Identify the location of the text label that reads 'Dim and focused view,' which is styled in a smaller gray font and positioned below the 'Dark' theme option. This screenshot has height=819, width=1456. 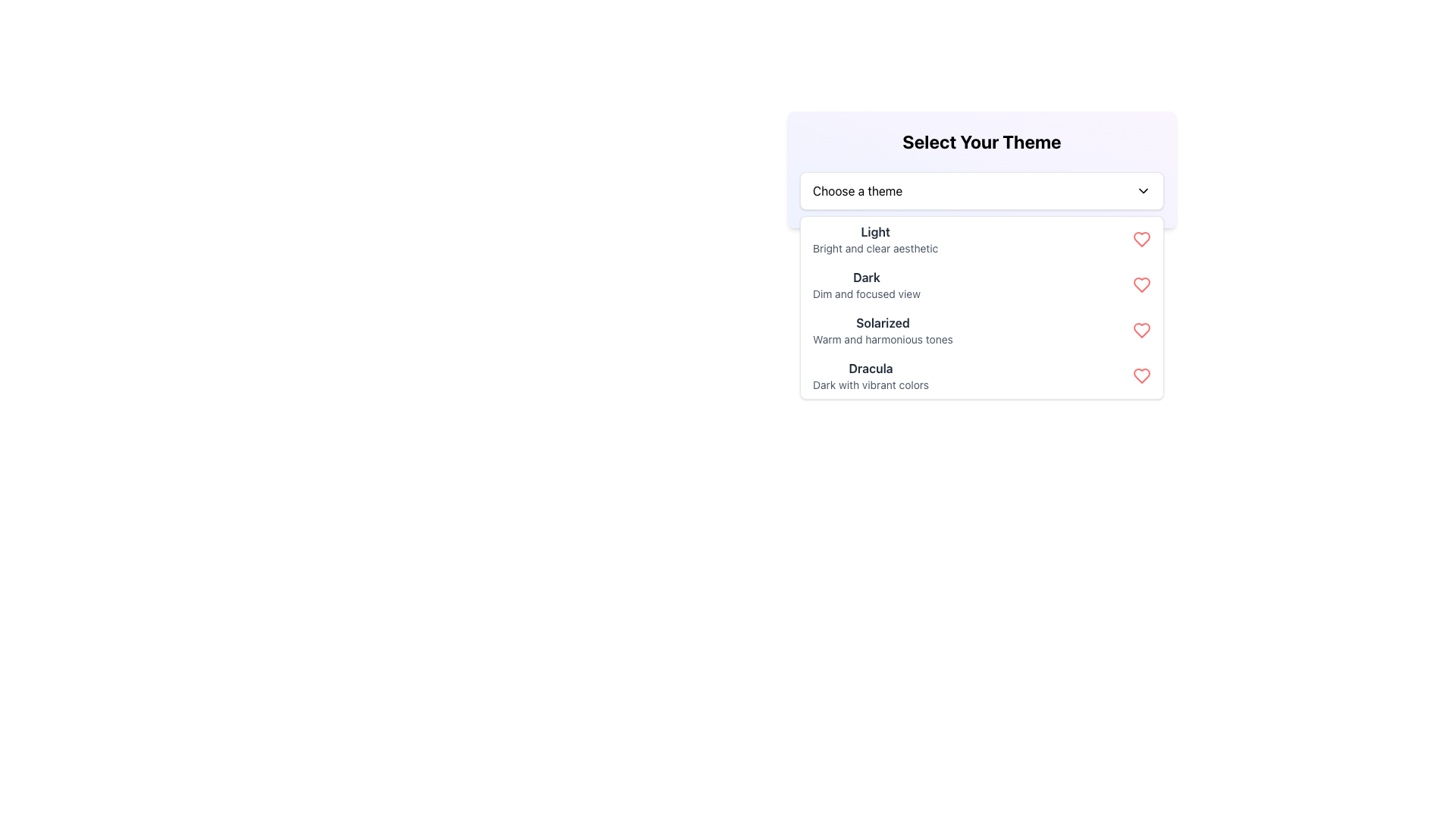
(866, 294).